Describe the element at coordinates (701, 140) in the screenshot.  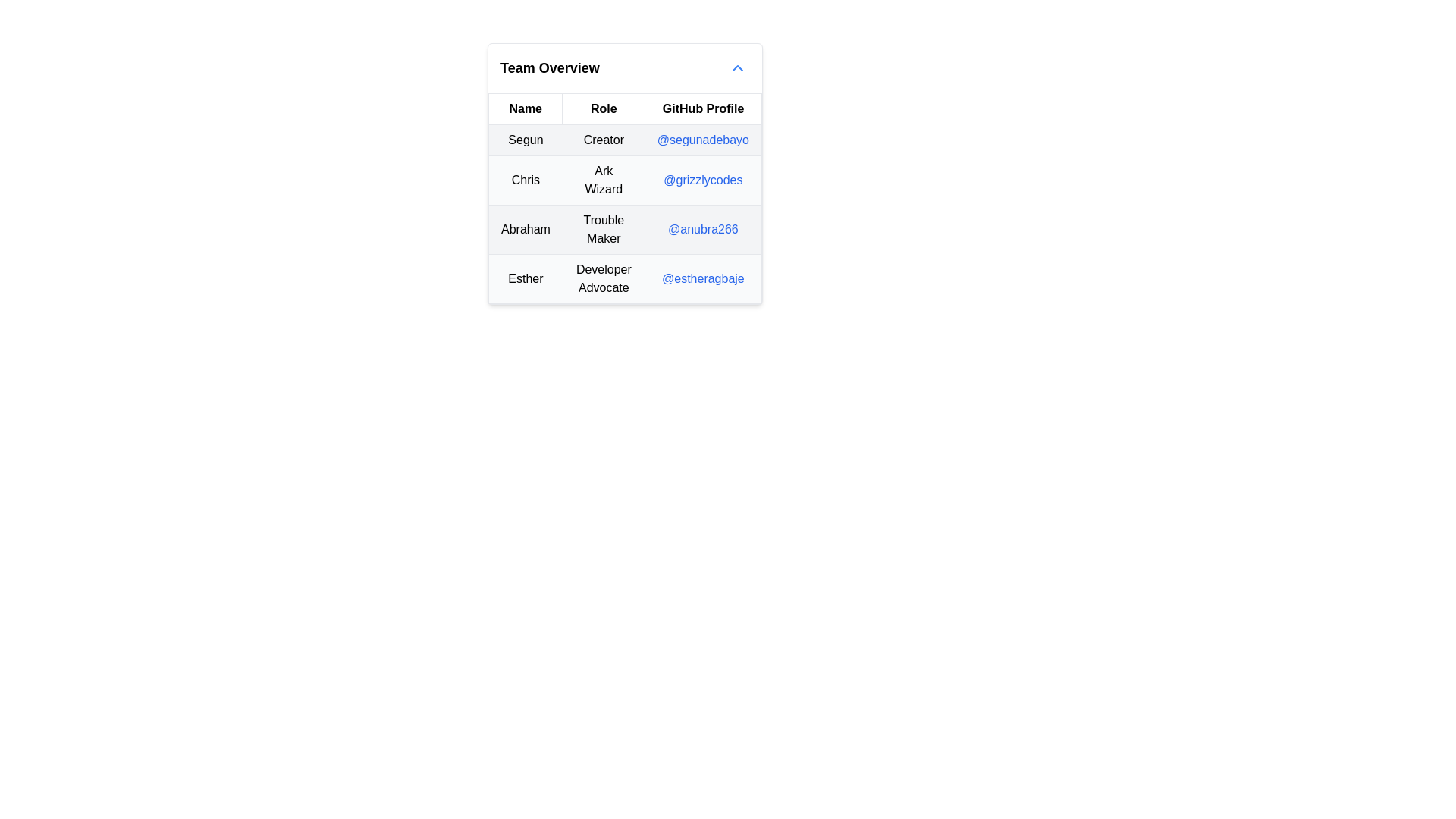
I see `the hyperlink` at that location.